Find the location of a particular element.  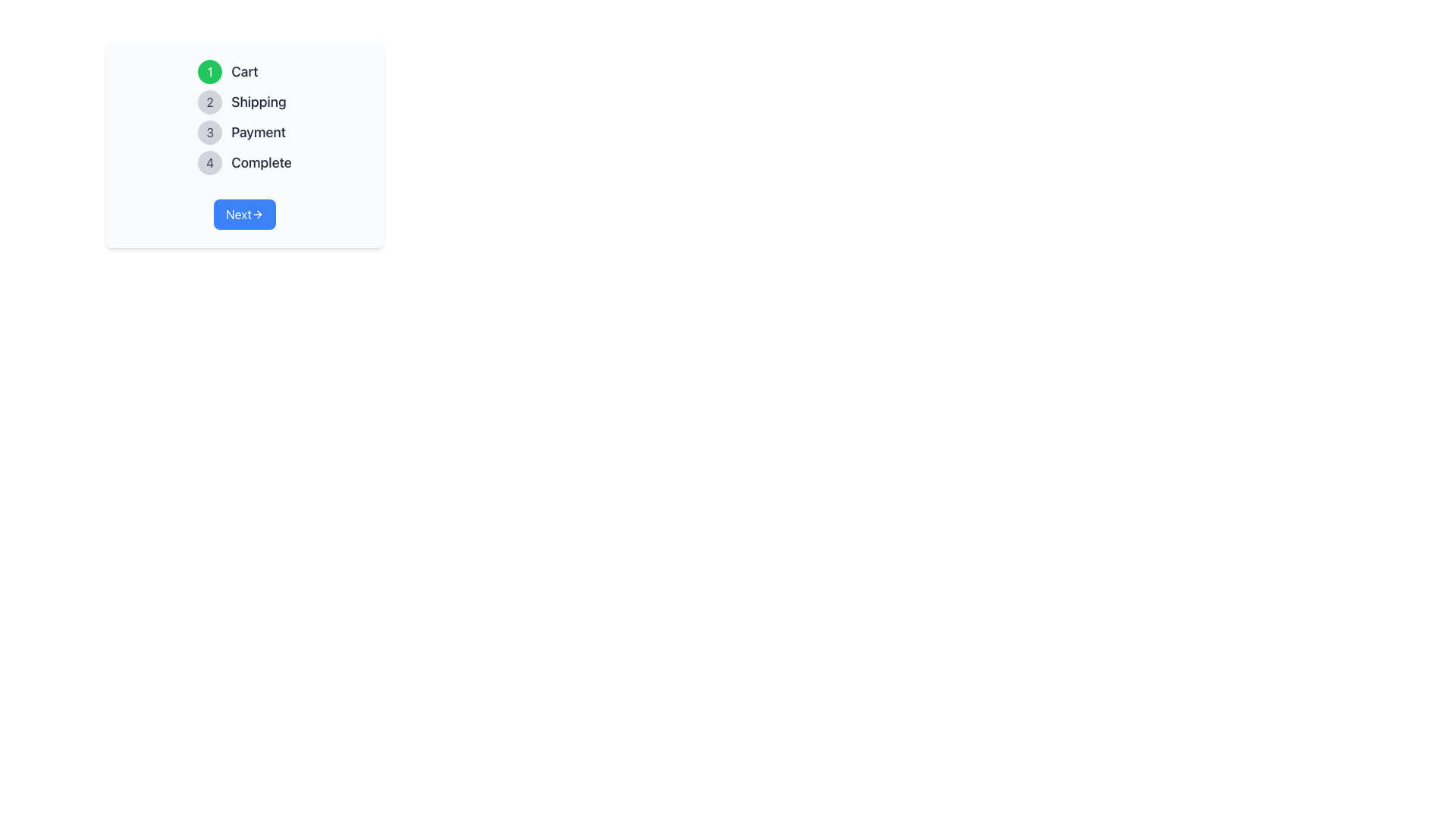

the Step Indicator Badge, which indicates the current step in the payment stage of a vertical stepper component, positioned between the 'Shipping' step (number 2) and the 'Complete' step (number 4) is located at coordinates (209, 131).